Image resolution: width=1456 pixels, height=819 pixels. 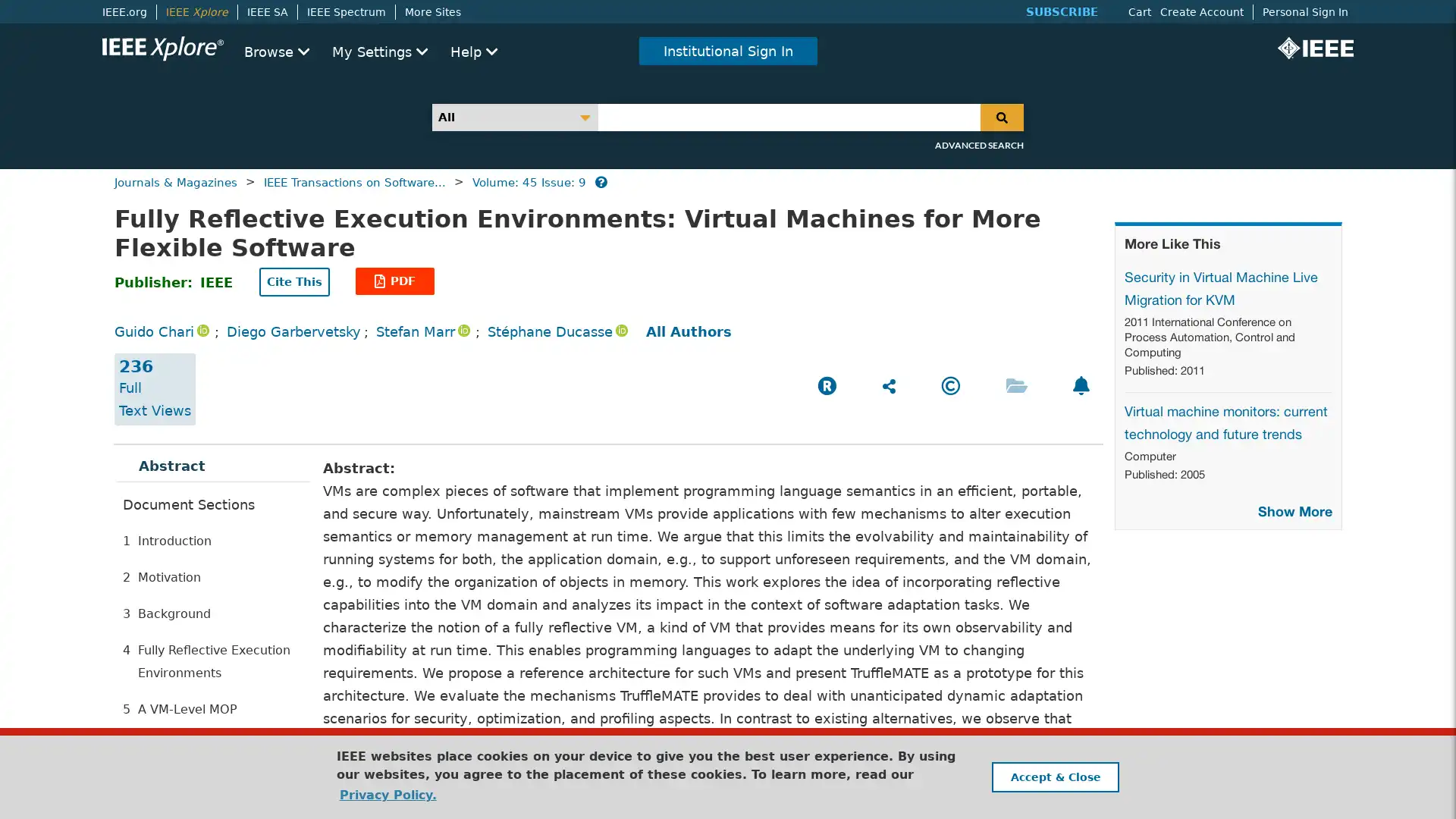 What do you see at coordinates (155, 388) in the screenshot?
I see `236 Full Text Views` at bounding box center [155, 388].